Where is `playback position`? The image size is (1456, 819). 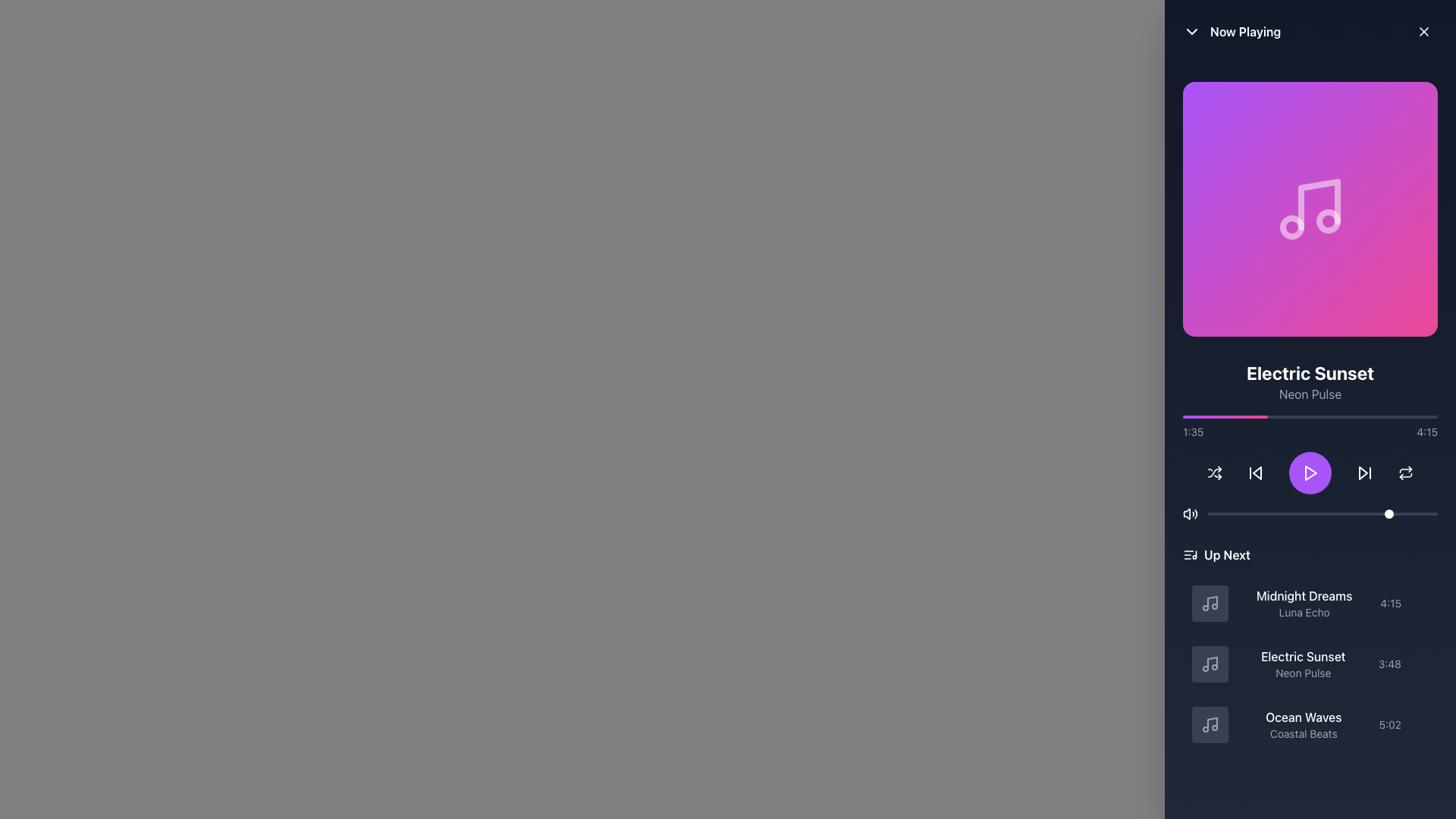 playback position is located at coordinates (1226, 417).